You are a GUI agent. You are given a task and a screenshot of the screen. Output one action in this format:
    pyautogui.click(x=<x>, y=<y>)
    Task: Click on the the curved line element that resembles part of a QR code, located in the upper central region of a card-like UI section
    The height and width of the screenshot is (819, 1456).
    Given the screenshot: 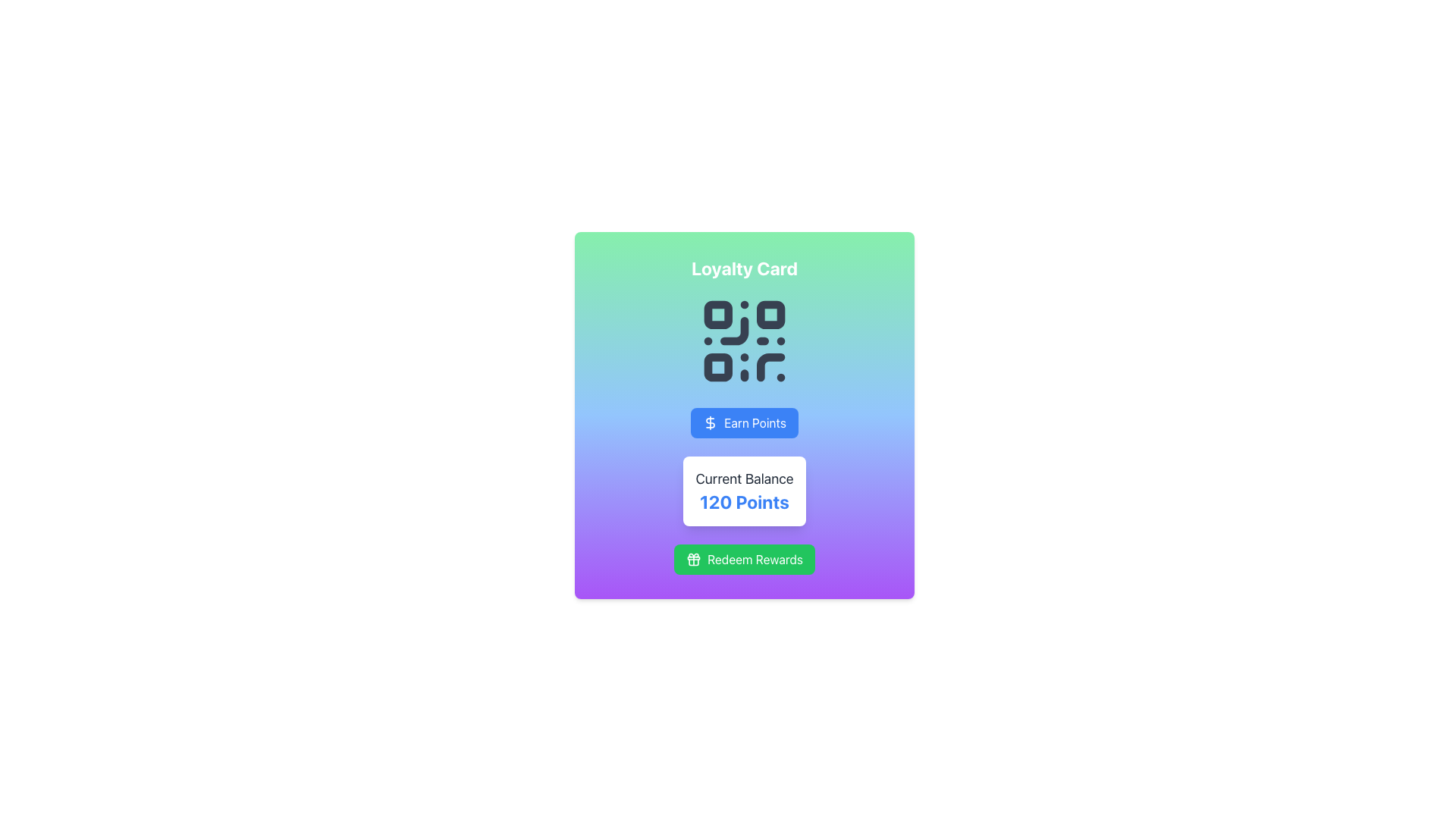 What is the action you would take?
    pyautogui.click(x=770, y=367)
    